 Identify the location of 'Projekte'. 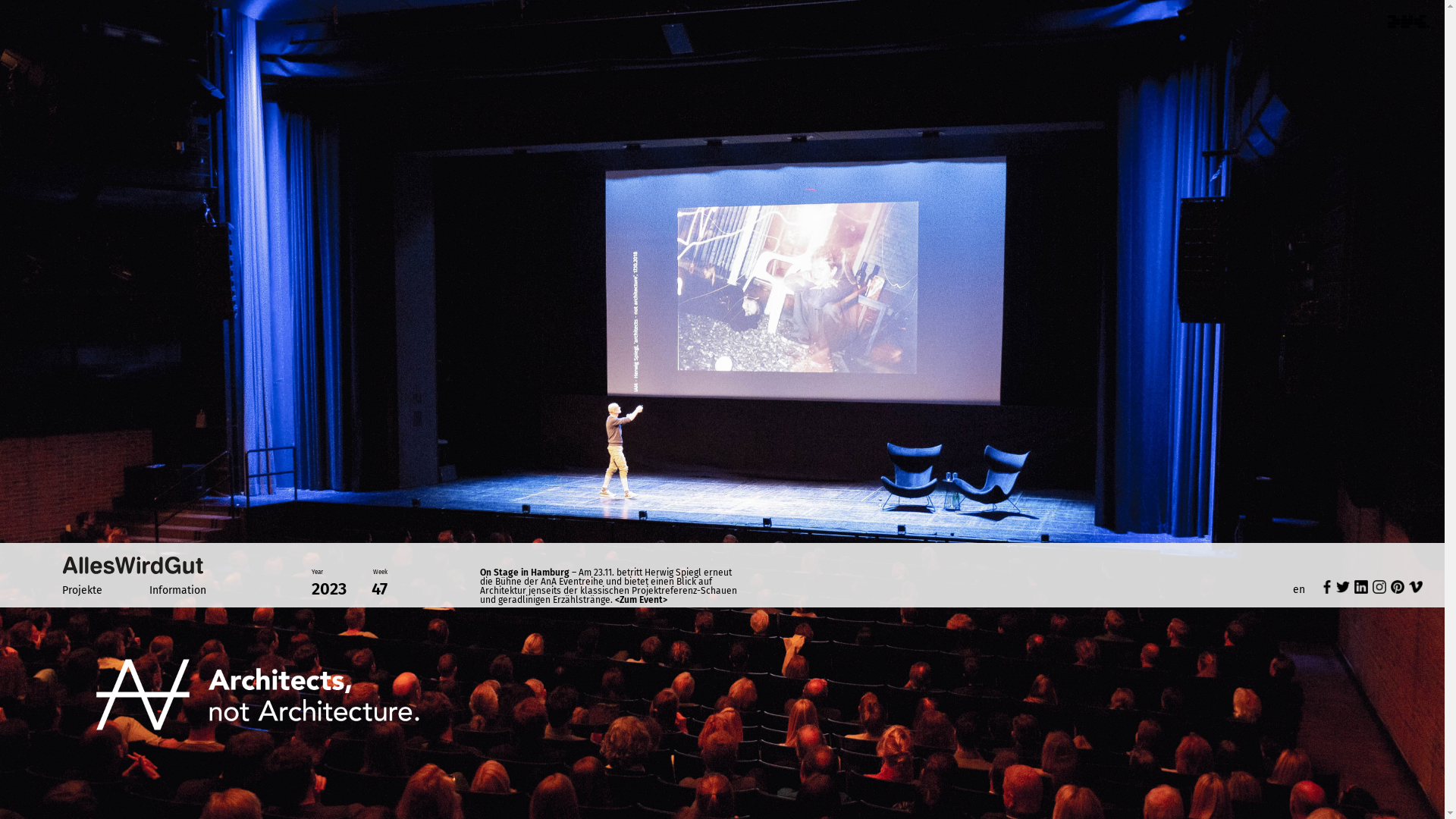
(61, 589).